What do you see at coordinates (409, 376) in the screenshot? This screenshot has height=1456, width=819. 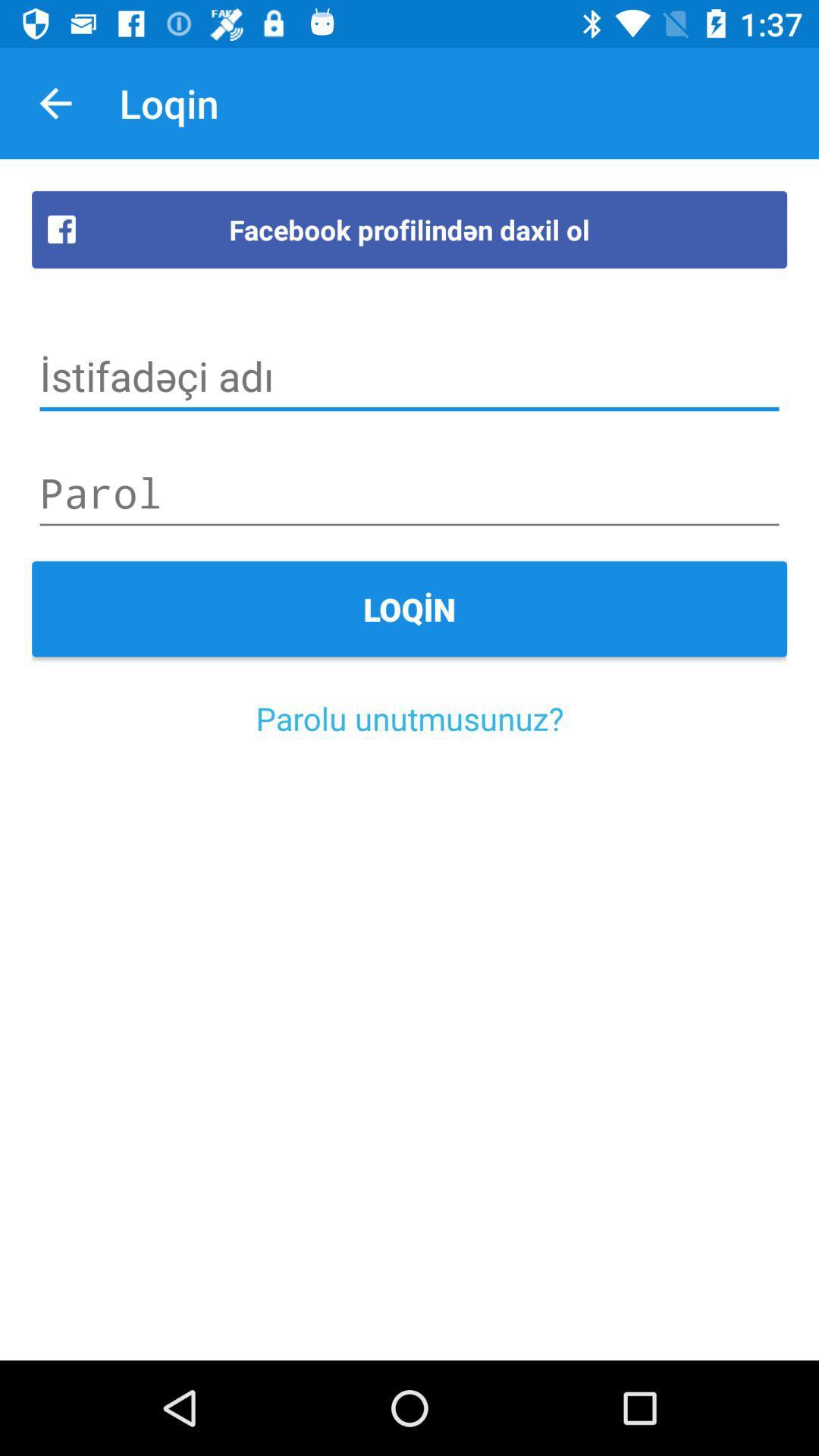 I see `type username` at bounding box center [409, 376].